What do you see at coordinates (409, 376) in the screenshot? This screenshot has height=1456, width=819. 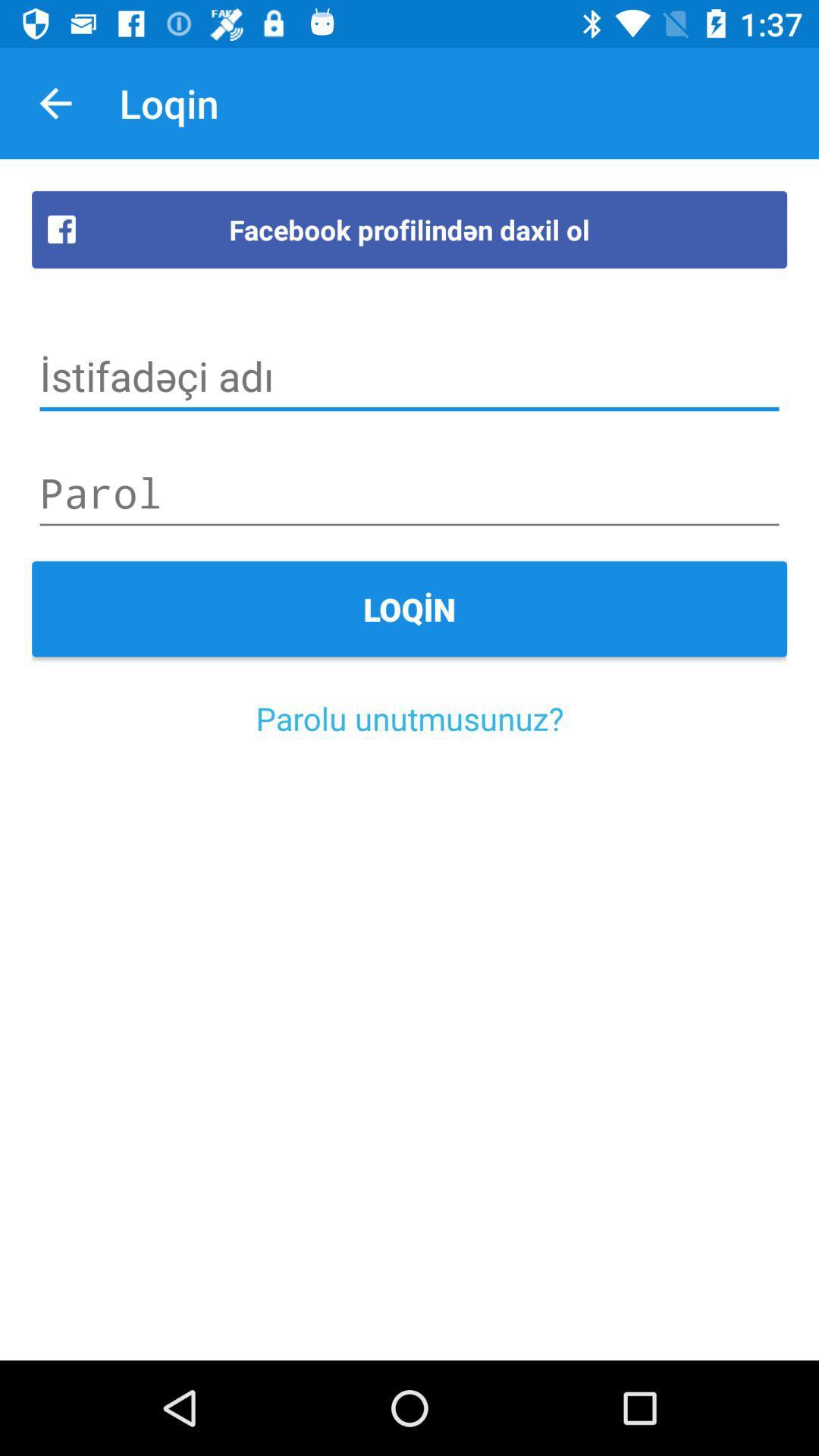 I see `type username` at bounding box center [409, 376].